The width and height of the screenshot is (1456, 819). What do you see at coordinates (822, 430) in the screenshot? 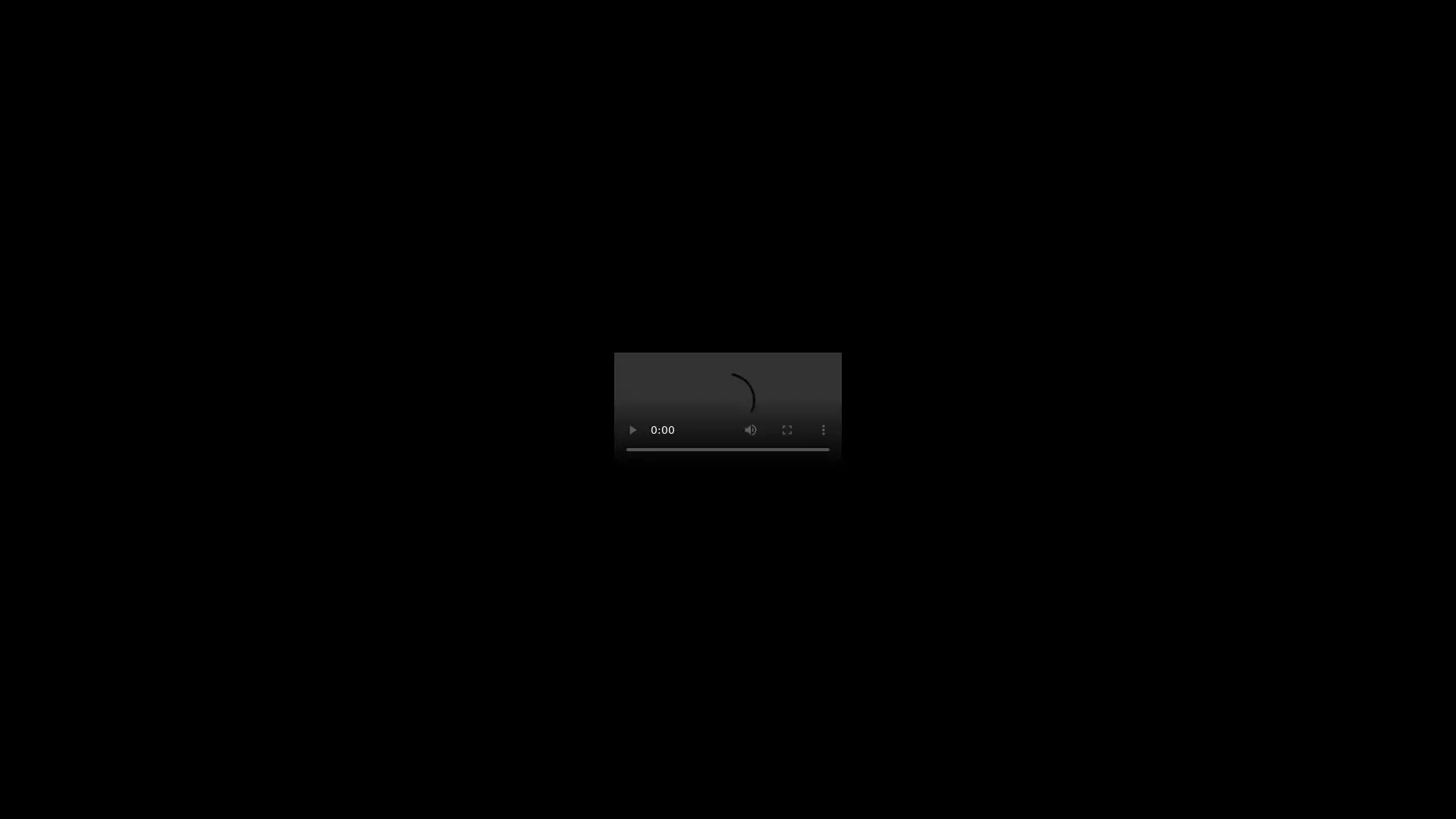
I see `show more media controls` at bounding box center [822, 430].